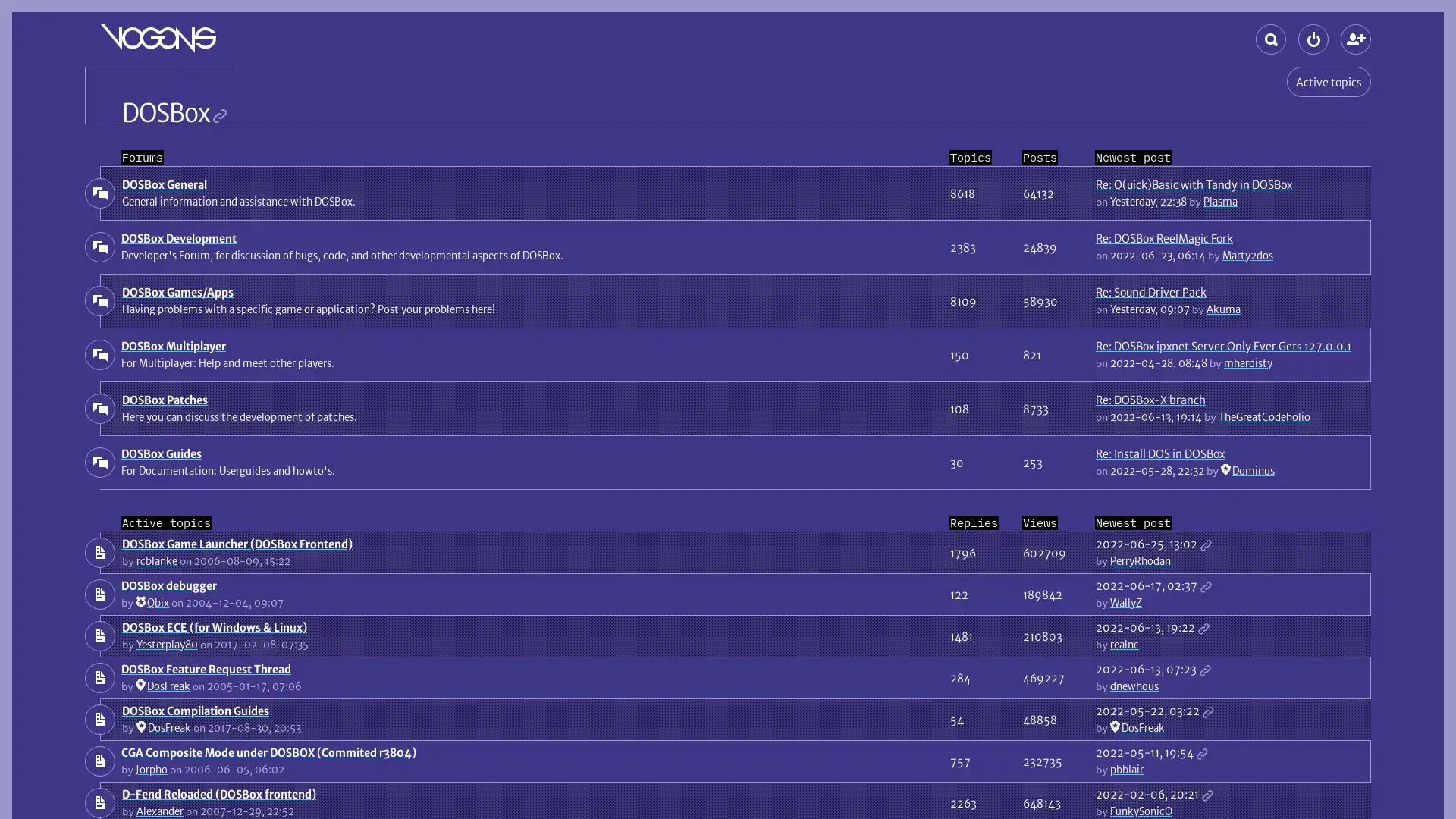 The image size is (1456, 819). I want to click on Search, so click(1270, 38).